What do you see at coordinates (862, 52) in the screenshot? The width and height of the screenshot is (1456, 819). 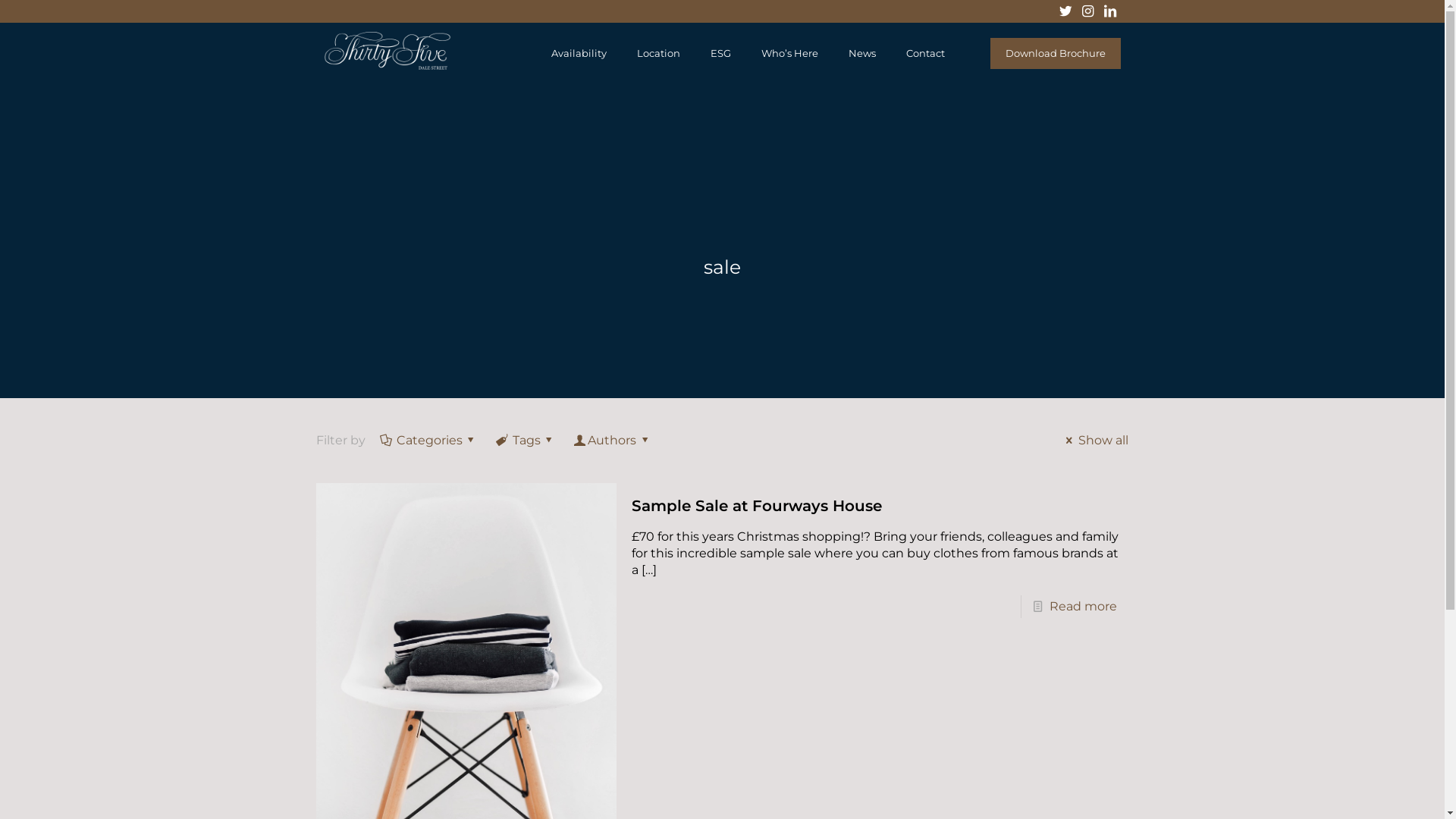 I see `'News'` at bounding box center [862, 52].